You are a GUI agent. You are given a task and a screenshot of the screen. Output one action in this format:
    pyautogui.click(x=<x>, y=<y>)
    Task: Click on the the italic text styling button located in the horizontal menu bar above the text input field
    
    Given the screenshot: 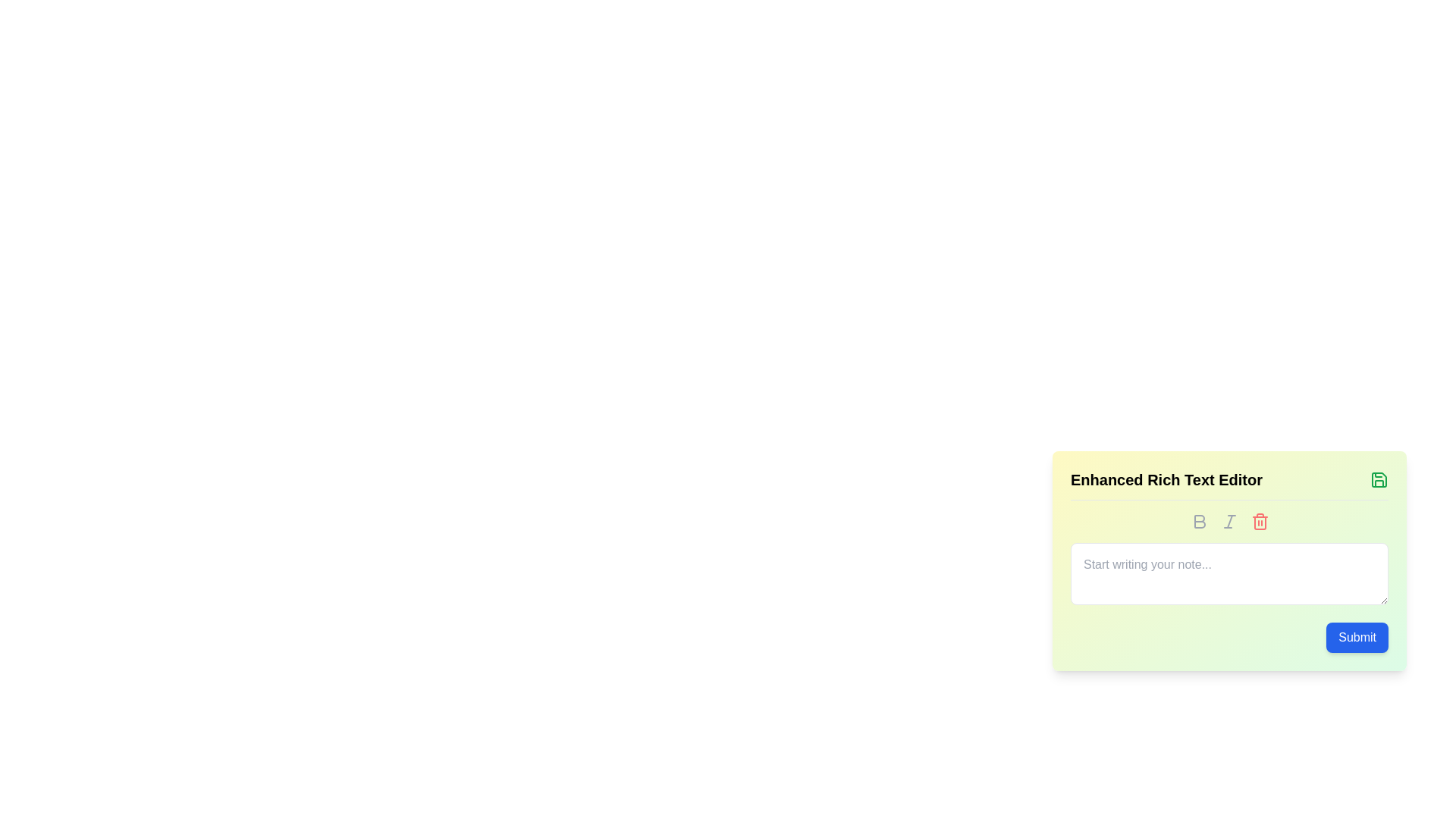 What is the action you would take?
    pyautogui.click(x=1229, y=520)
    